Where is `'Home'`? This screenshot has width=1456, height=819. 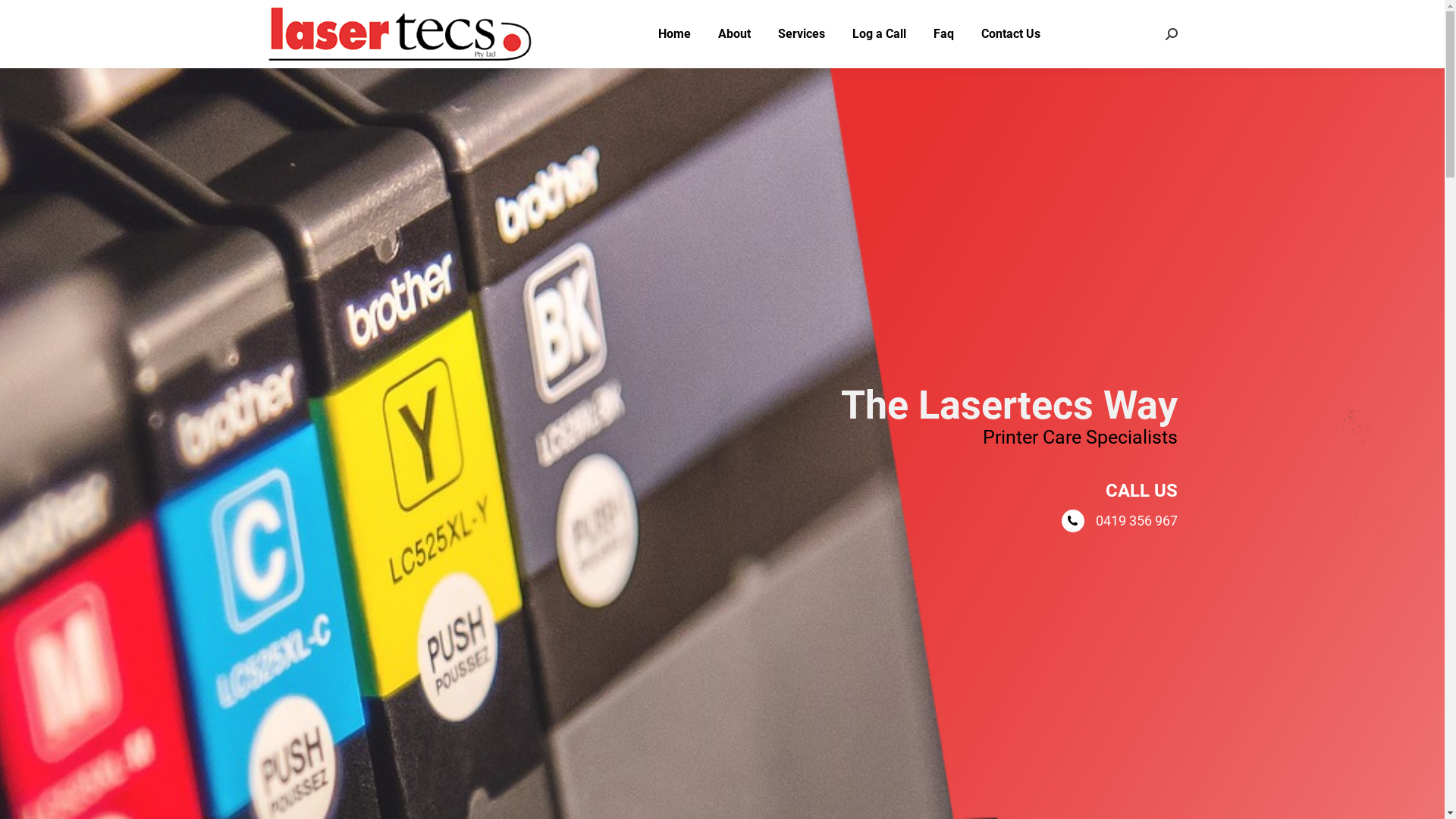 'Home' is located at coordinates (655, 34).